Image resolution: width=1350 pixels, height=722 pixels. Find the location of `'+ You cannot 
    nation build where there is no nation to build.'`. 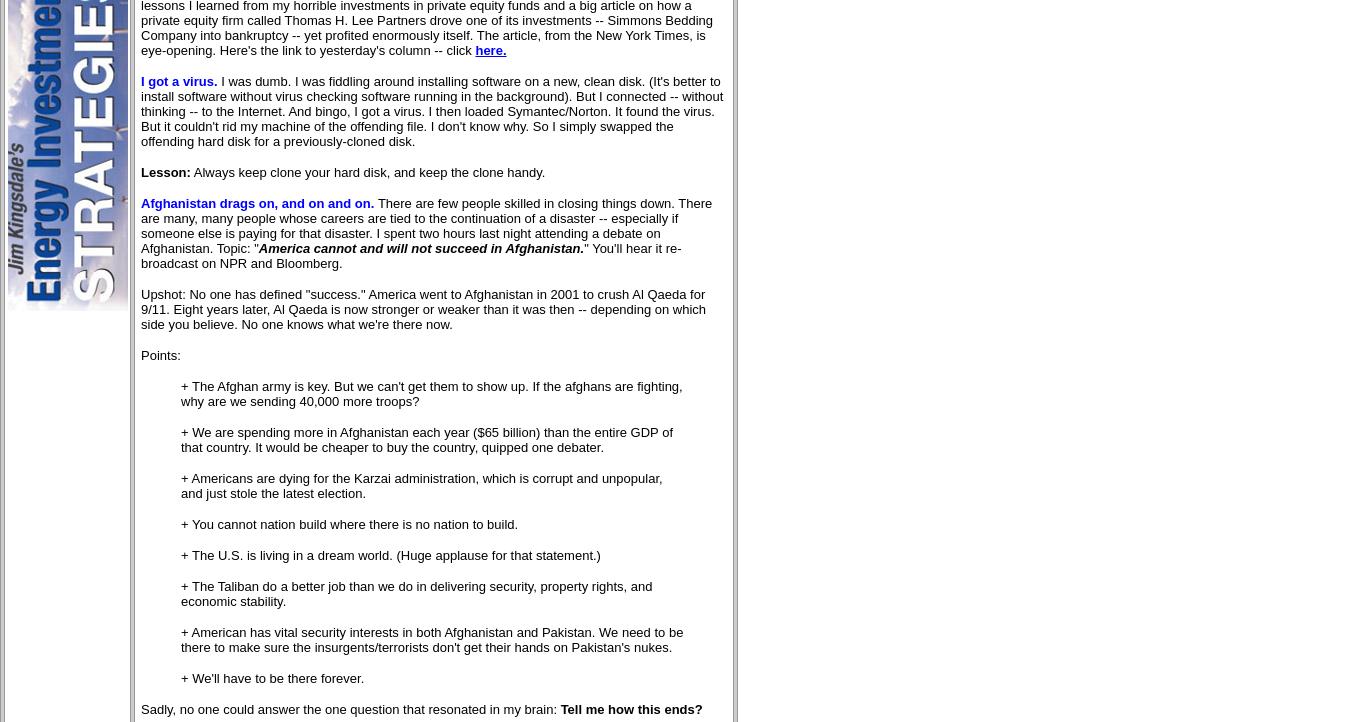

'+ You cannot 
    nation build where there is no nation to build.' is located at coordinates (349, 524).